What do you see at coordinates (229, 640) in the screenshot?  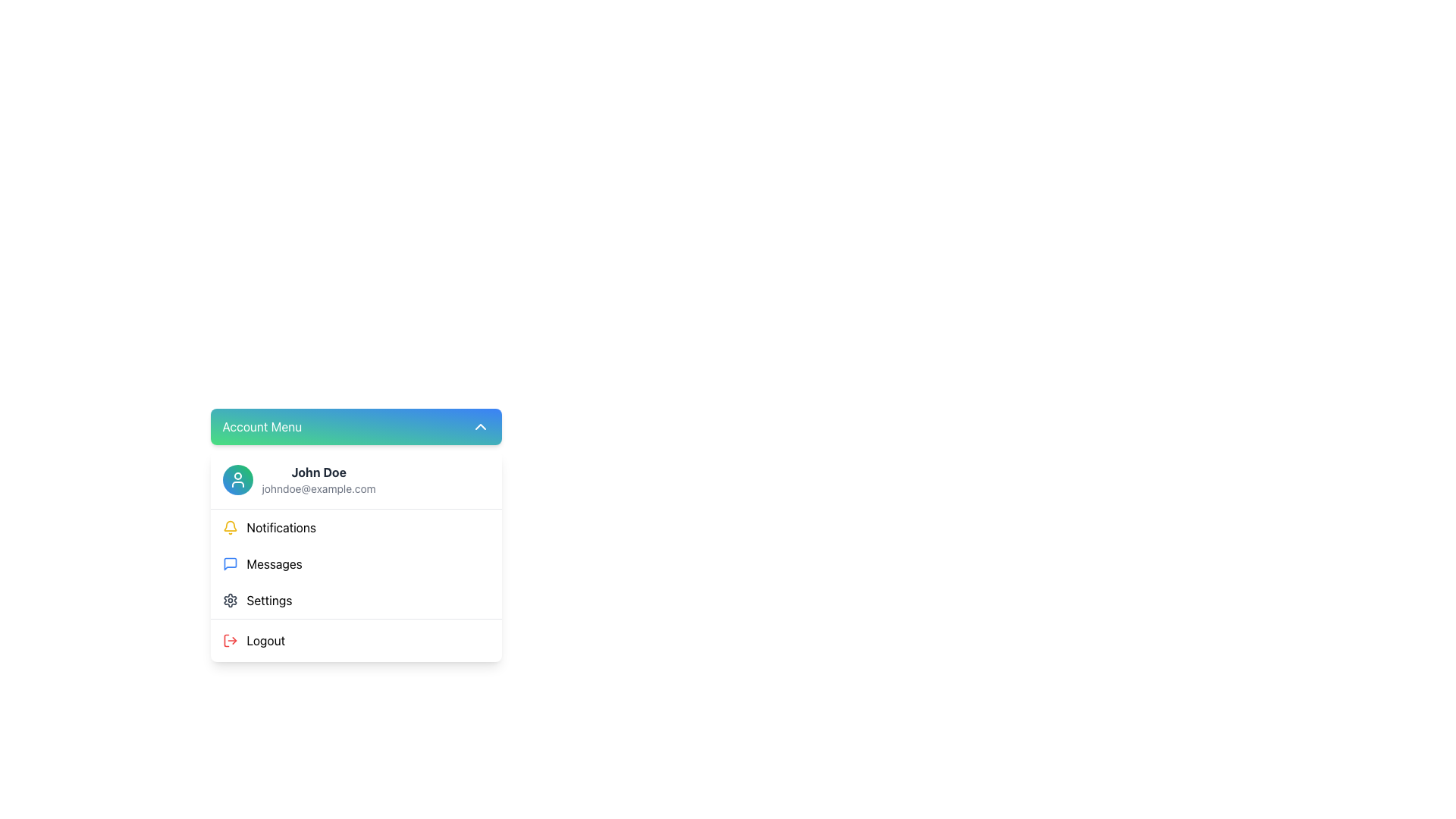 I see `the logout icon, which is the leftmost component within the 'Logout' option in the dropdown menu` at bounding box center [229, 640].